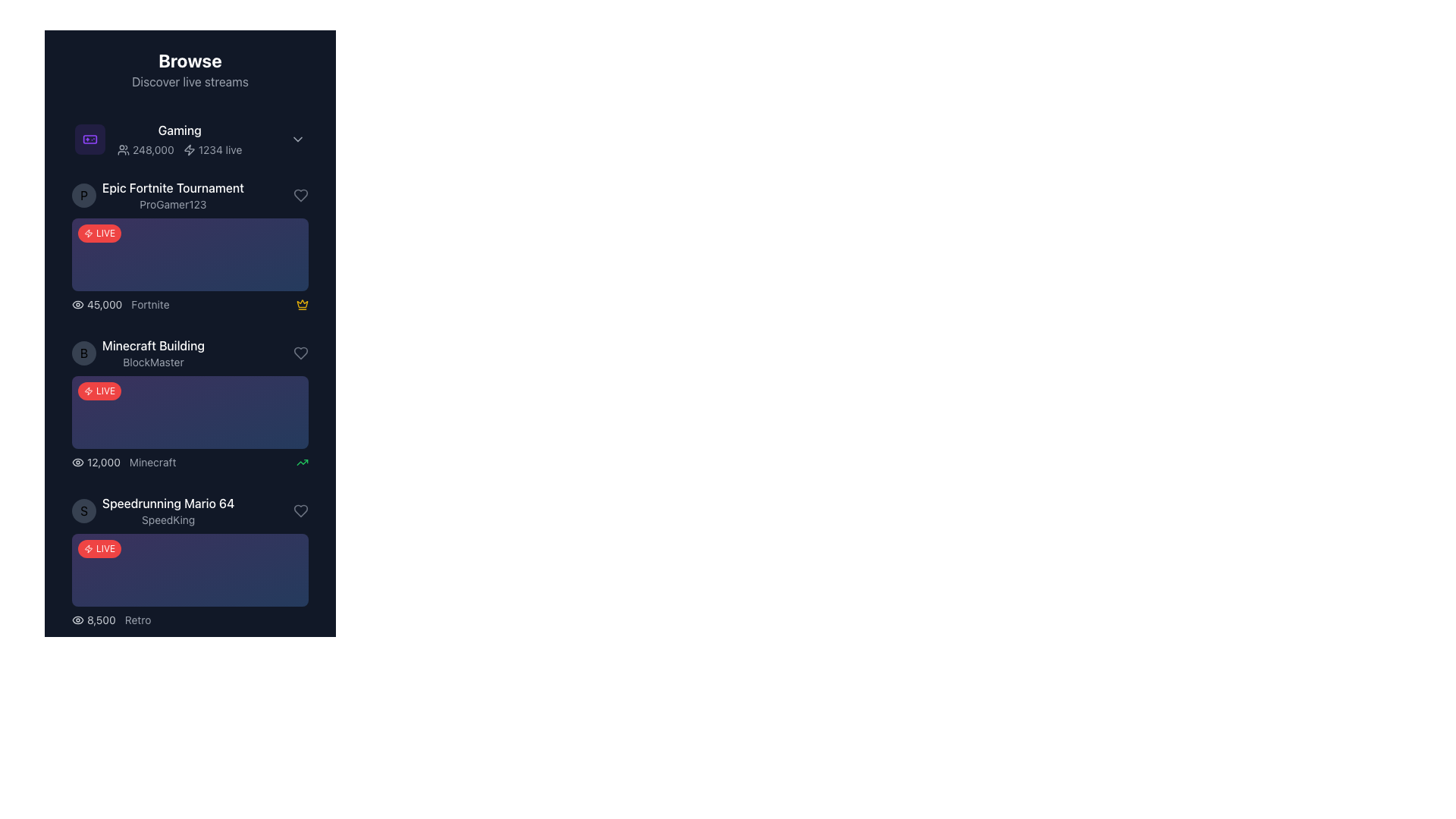 This screenshot has width=1456, height=819. I want to click on the upward arrow icon representing a trend or increase, which is located at the right end of the 'Minecraft Building' listing, so click(302, 461).